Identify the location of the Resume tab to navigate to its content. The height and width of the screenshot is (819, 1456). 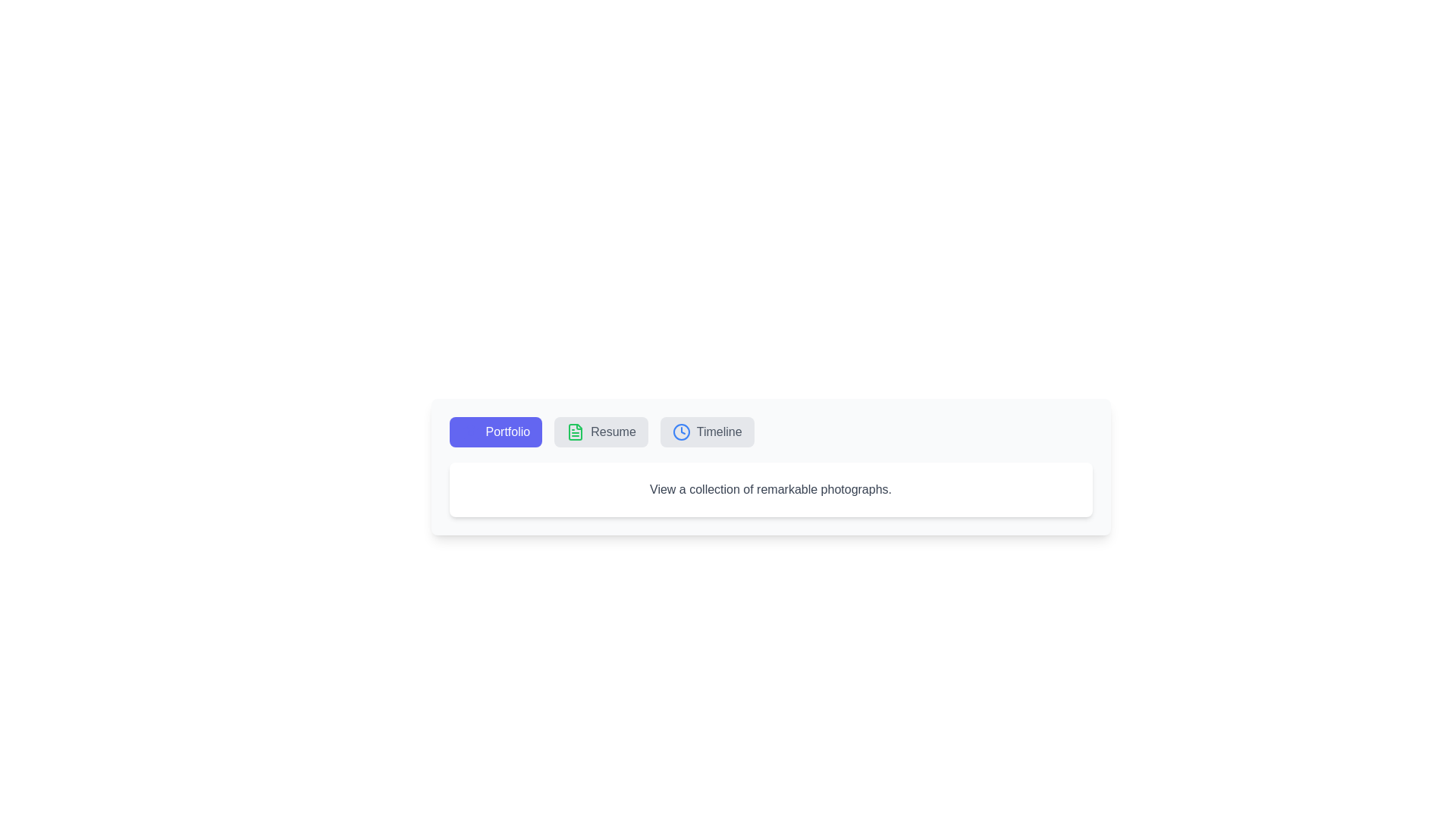
(600, 432).